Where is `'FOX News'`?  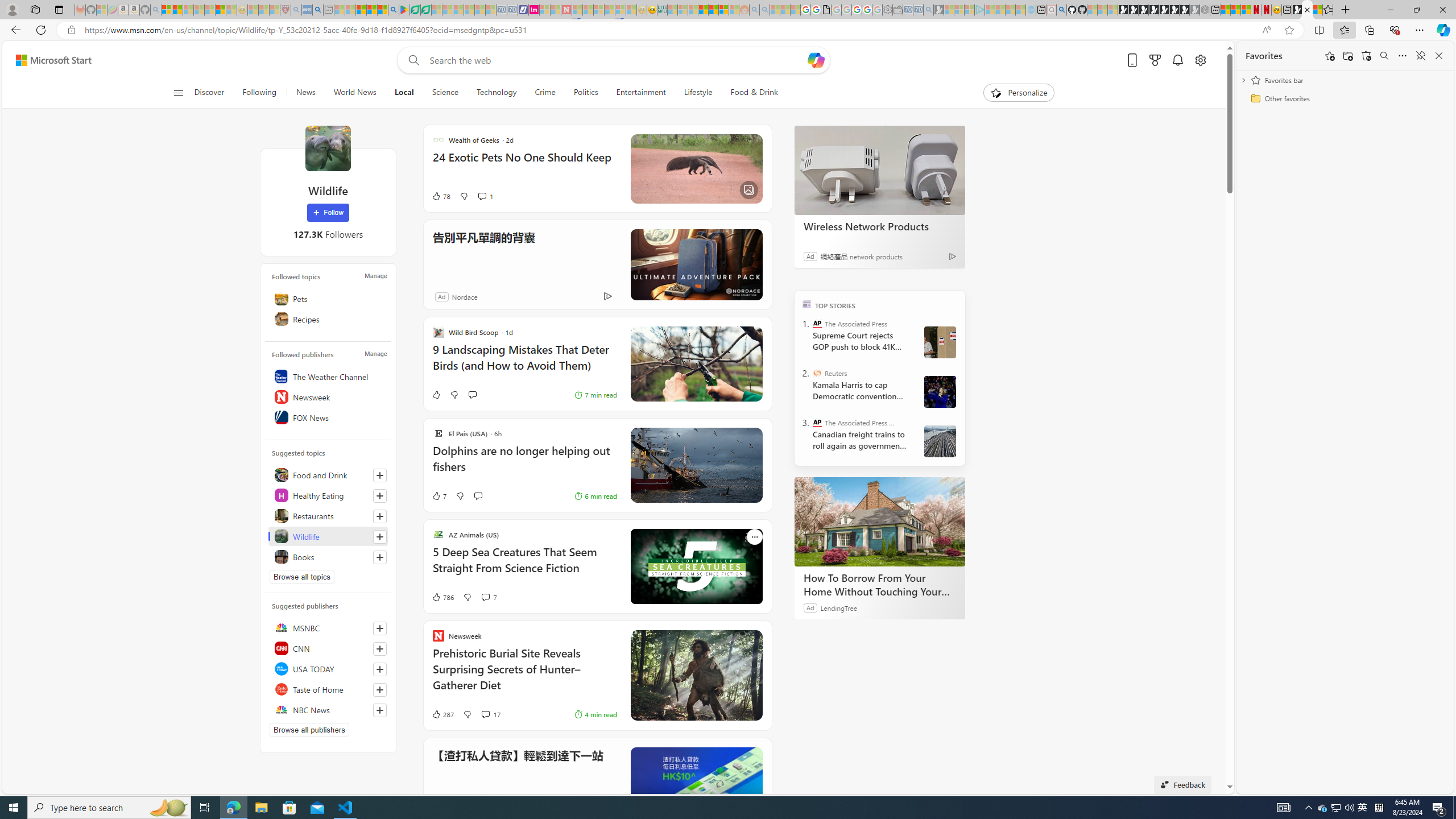 'FOX News' is located at coordinates (327, 417).